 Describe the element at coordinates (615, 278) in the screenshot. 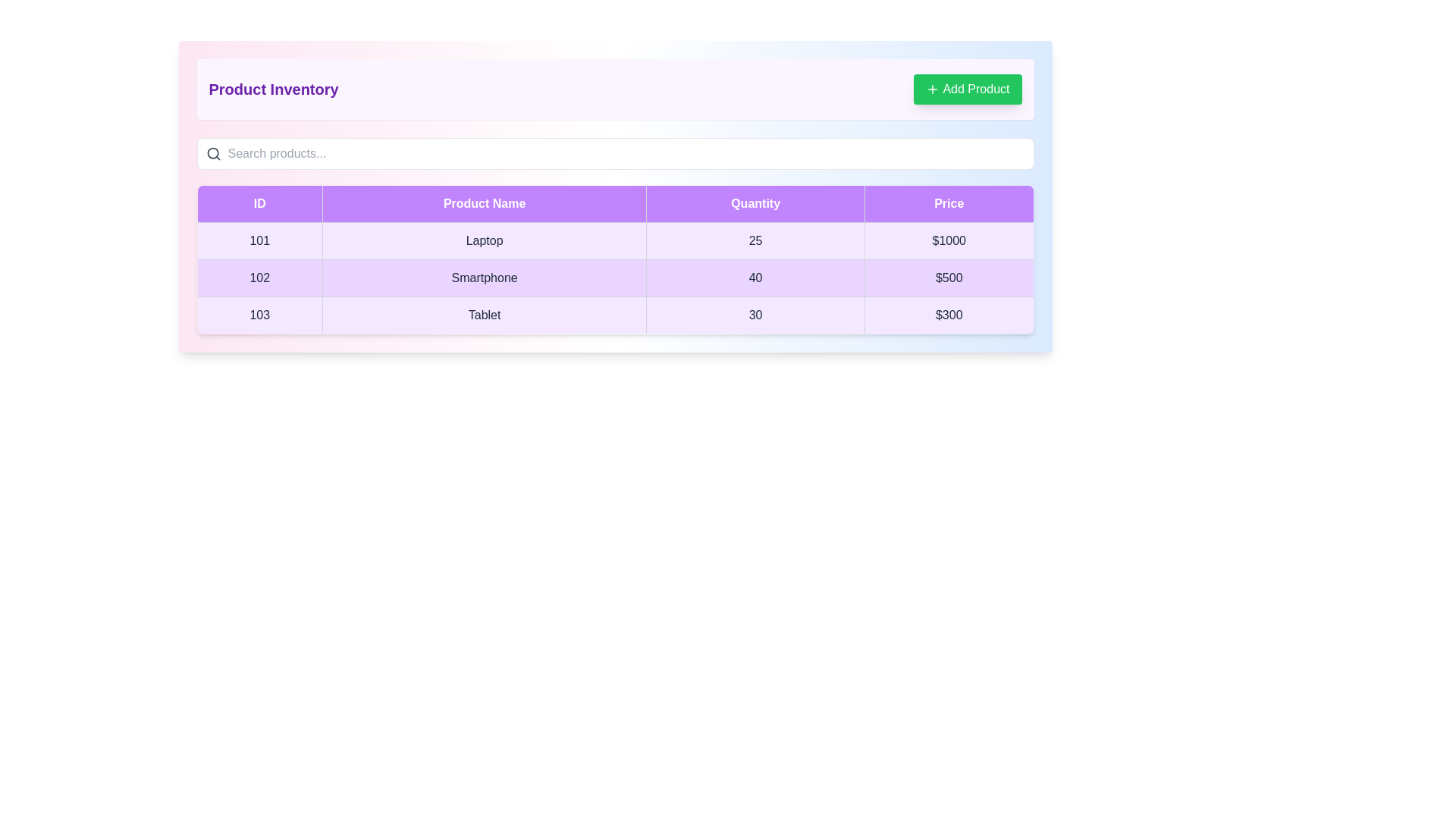

I see `inside the second table row, which has a light purple background and contains product details including ID '102', name 'Smartphone', quantity '40', and price '$500'` at that location.